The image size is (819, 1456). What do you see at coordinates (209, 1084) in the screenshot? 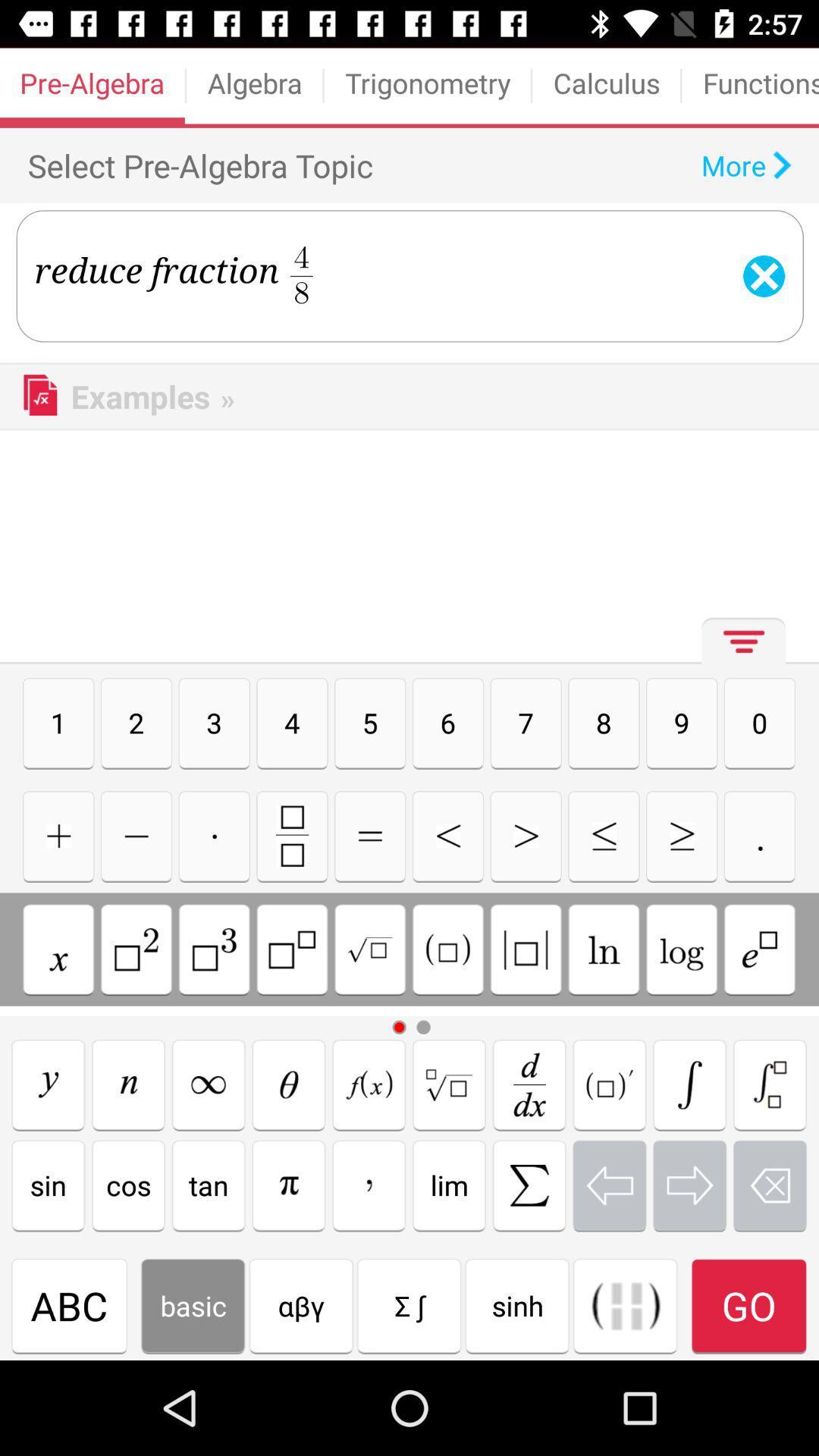
I see `use infinity symbol` at bounding box center [209, 1084].